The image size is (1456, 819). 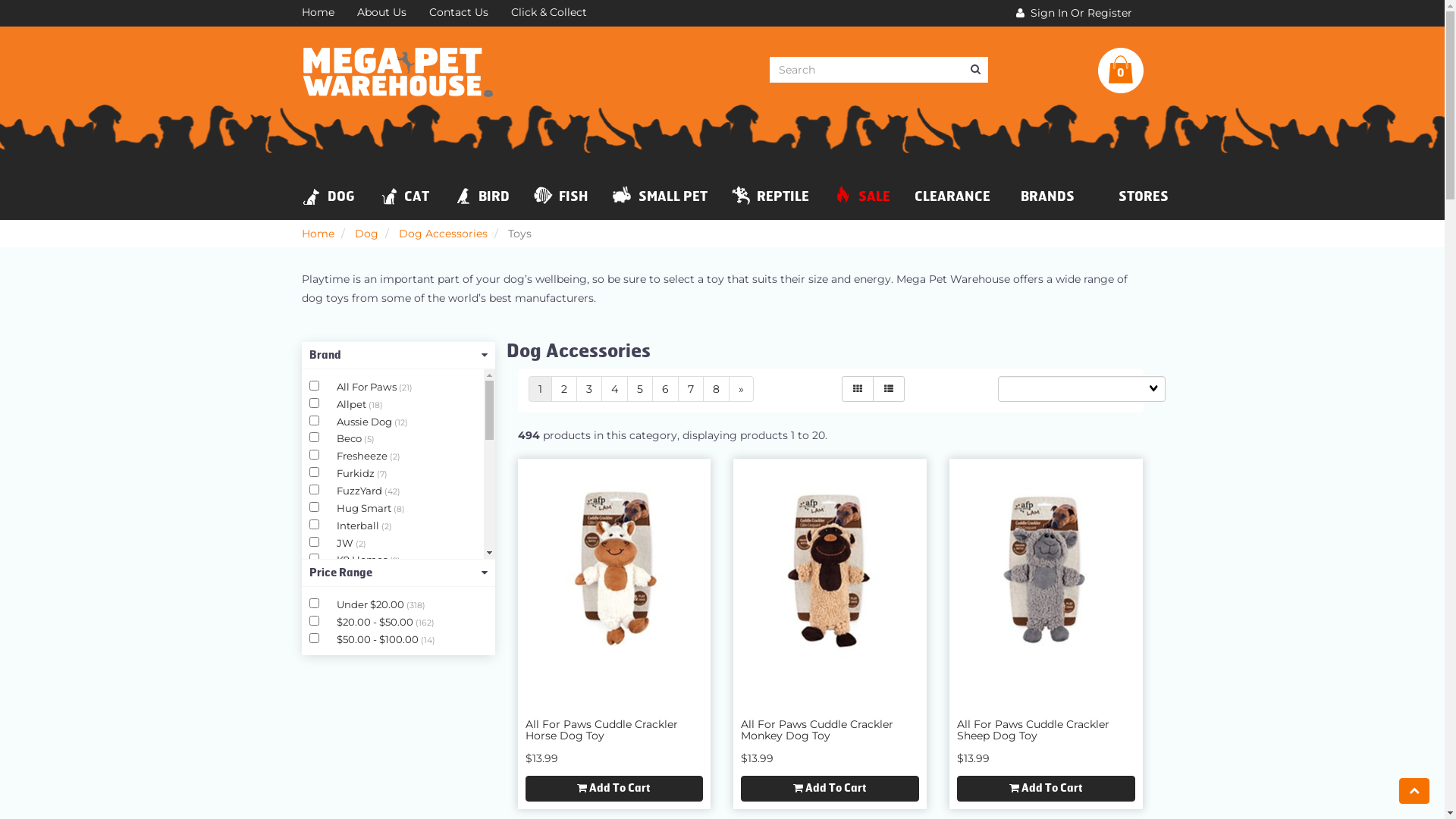 What do you see at coordinates (352, 403) in the screenshot?
I see `'Allpet'` at bounding box center [352, 403].